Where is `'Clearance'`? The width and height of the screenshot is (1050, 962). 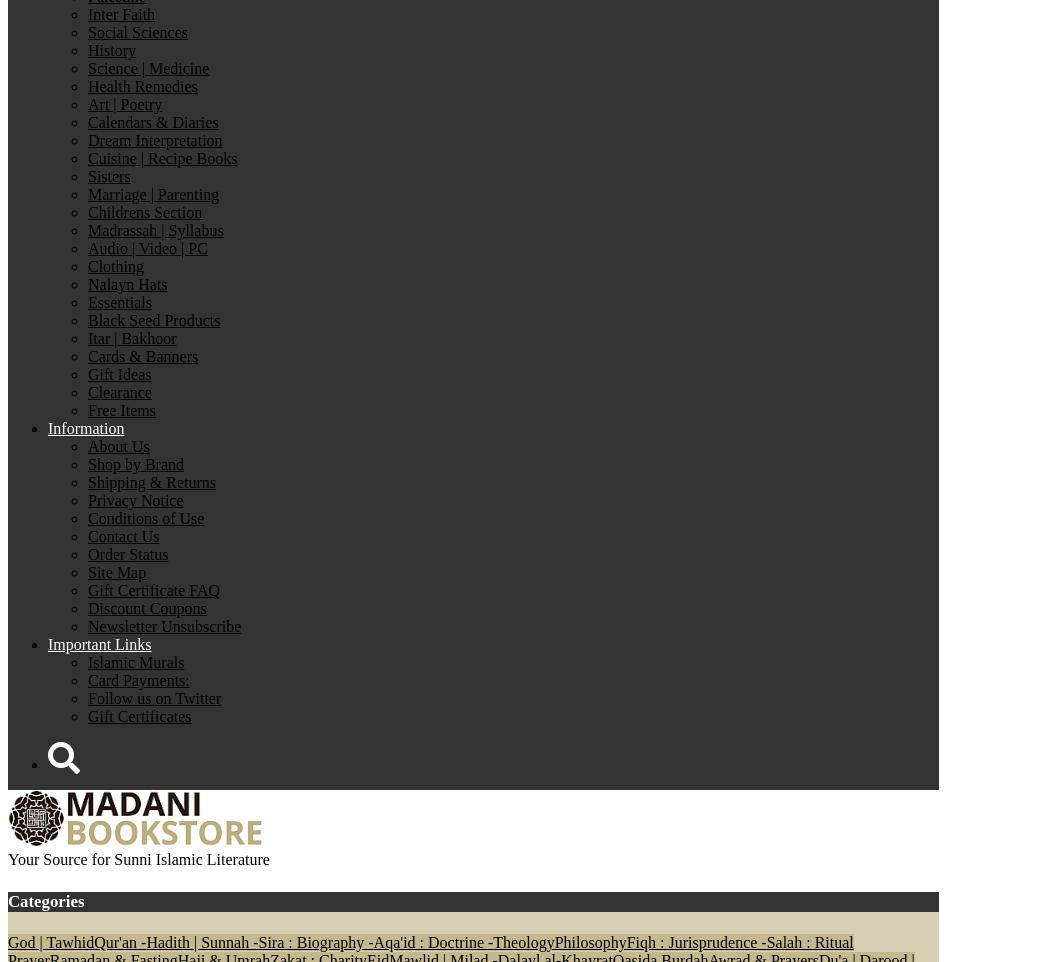
'Clearance' is located at coordinates (118, 391).